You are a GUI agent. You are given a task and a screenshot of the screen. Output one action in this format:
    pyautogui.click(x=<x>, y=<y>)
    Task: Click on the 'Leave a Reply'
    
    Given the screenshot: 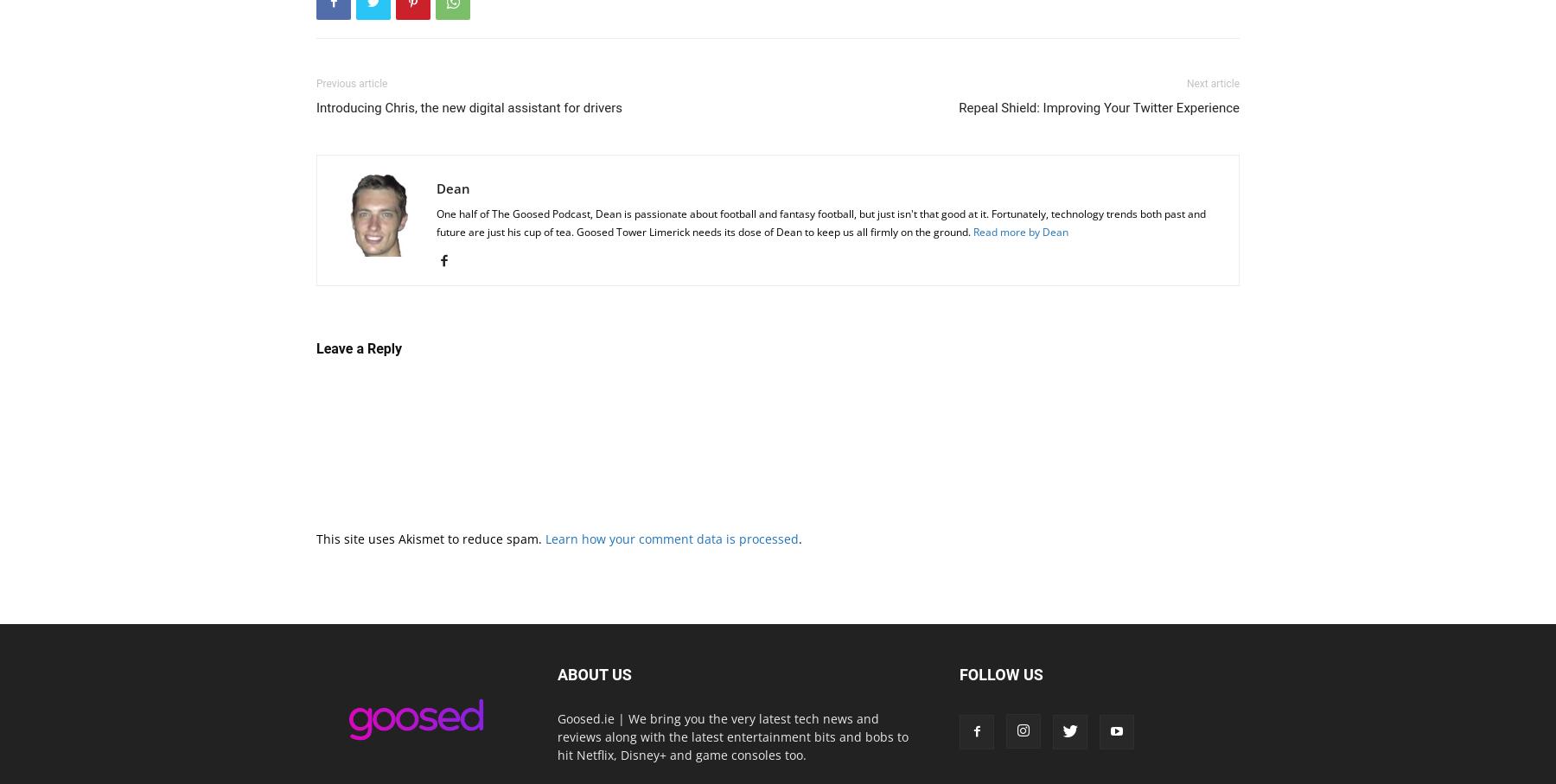 What is the action you would take?
    pyautogui.click(x=359, y=347)
    